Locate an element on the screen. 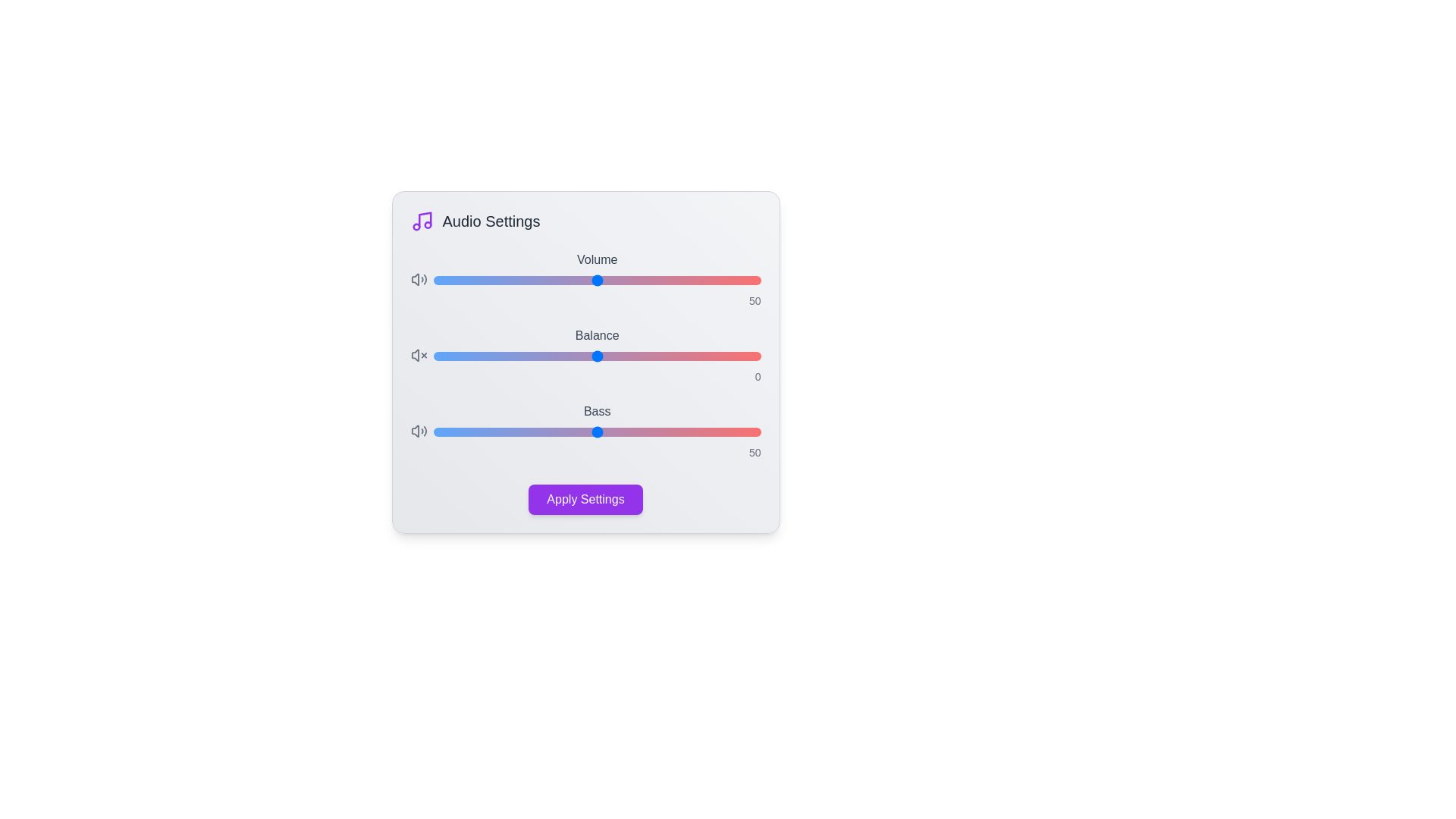 Image resolution: width=1456 pixels, height=819 pixels. the 'Bass' slider to 91 is located at coordinates (731, 432).